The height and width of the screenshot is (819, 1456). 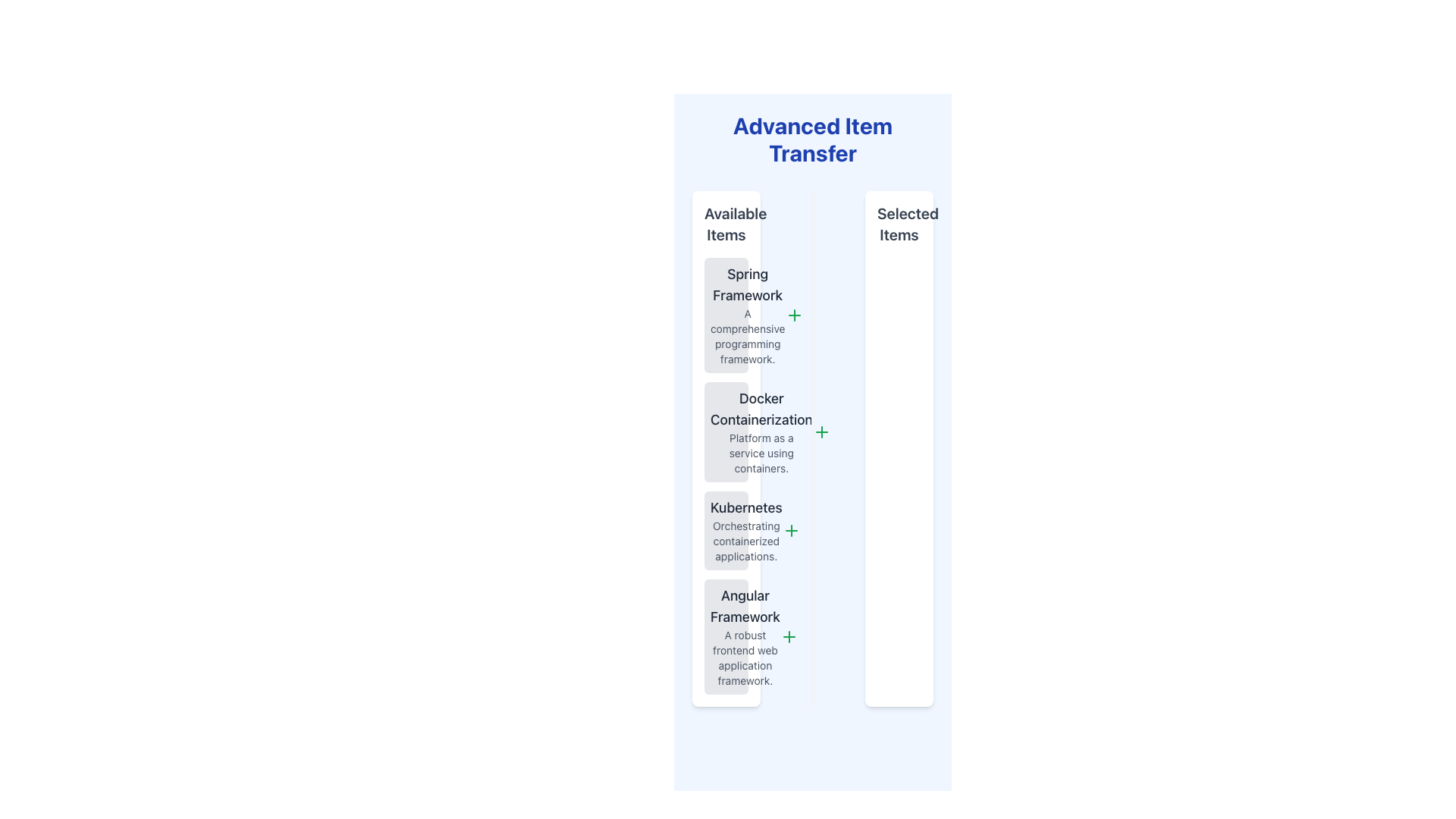 What do you see at coordinates (745, 605) in the screenshot?
I see `the text label displaying 'Angular Framework' in bold dark-gray text, located in the lower portion of the 'Available Items' column, between the titles 'Kubernetes' and the description 'A robust frontend web application framework.'` at bounding box center [745, 605].